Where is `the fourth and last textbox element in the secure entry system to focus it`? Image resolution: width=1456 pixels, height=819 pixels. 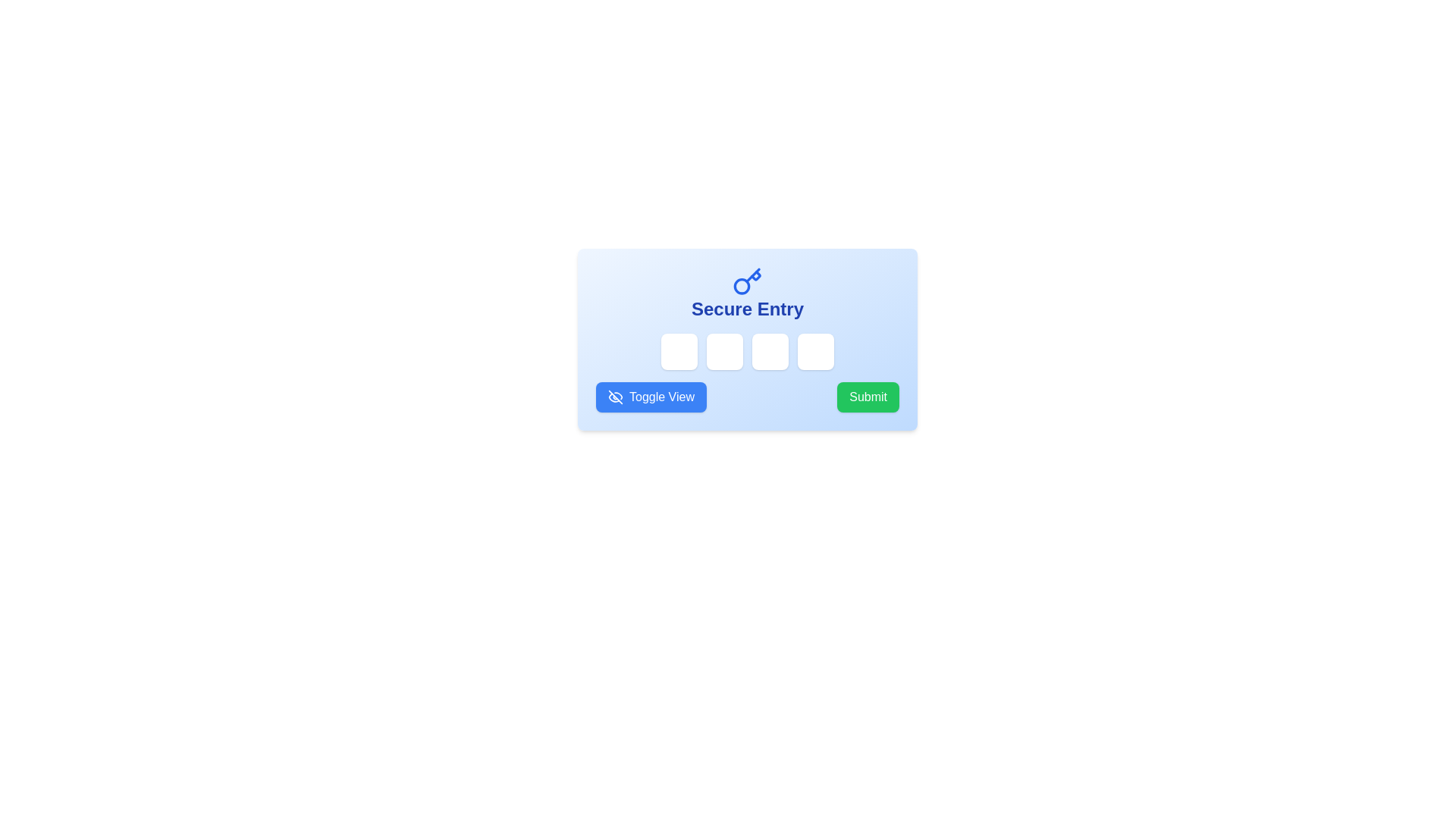
the fourth and last textbox element in the secure entry system to focus it is located at coordinates (814, 351).